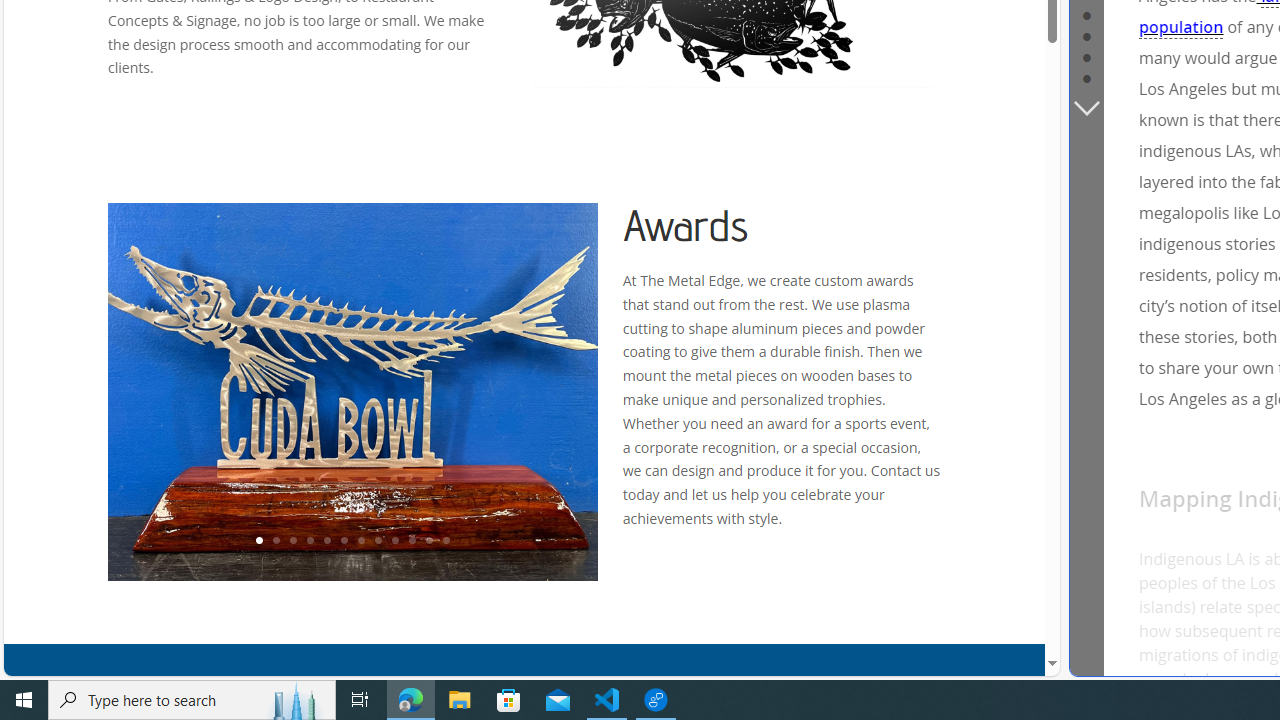 This screenshot has width=1280, height=720. I want to click on '2', so click(274, 541).